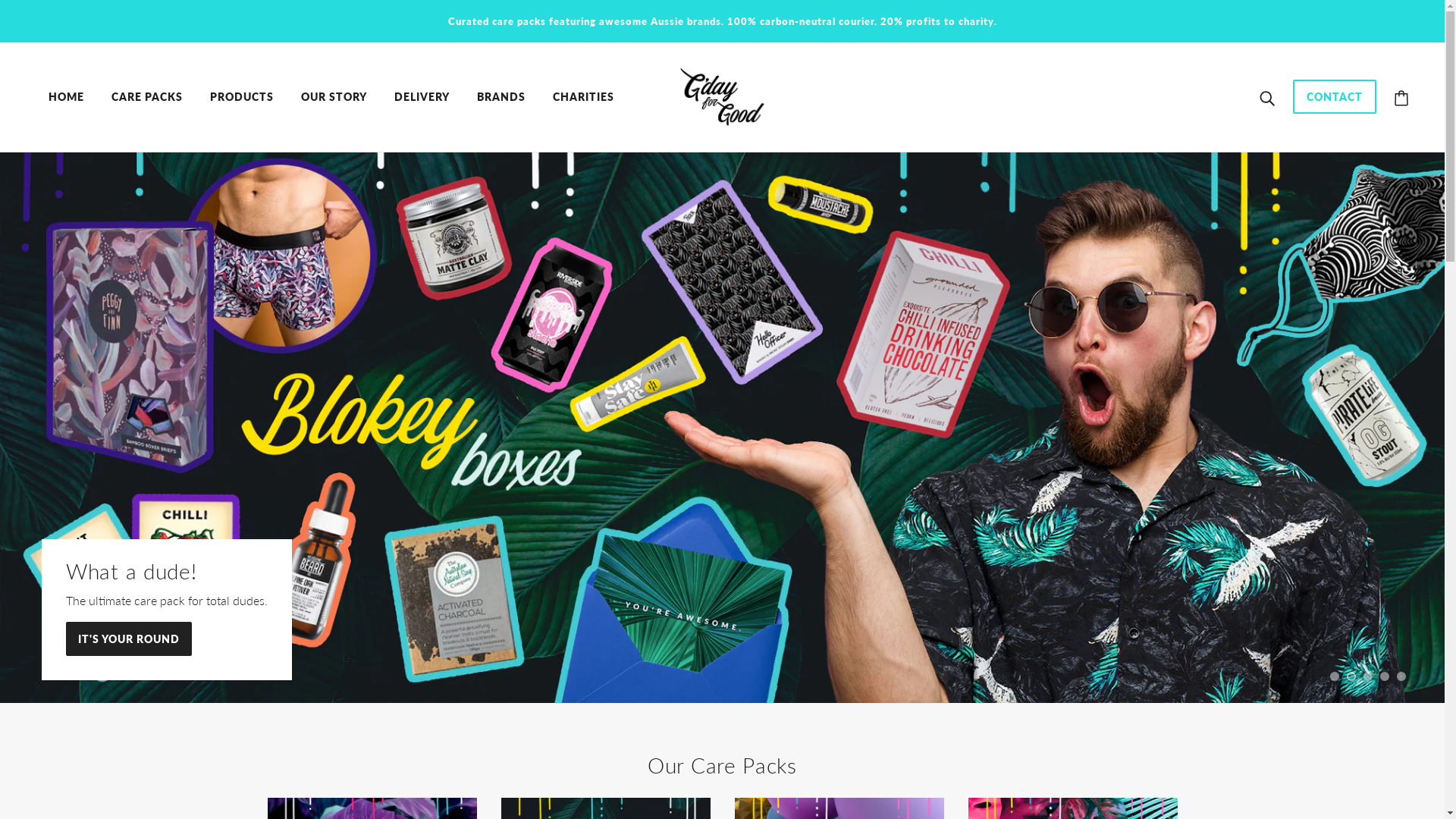  Describe the element at coordinates (464, 96) in the screenshot. I see `'BRANDS'` at that location.